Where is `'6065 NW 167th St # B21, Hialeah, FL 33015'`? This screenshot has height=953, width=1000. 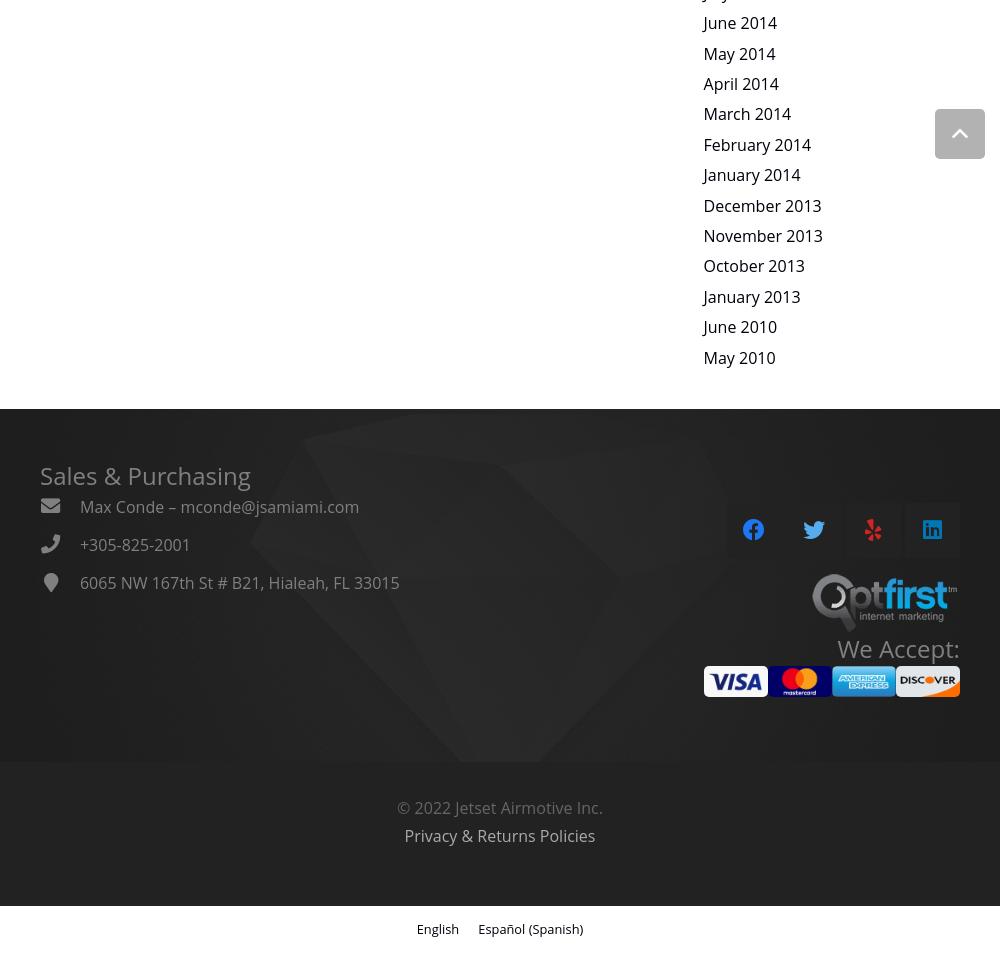 '6065 NW 167th St # B21, Hialeah, FL 33015' is located at coordinates (238, 581).